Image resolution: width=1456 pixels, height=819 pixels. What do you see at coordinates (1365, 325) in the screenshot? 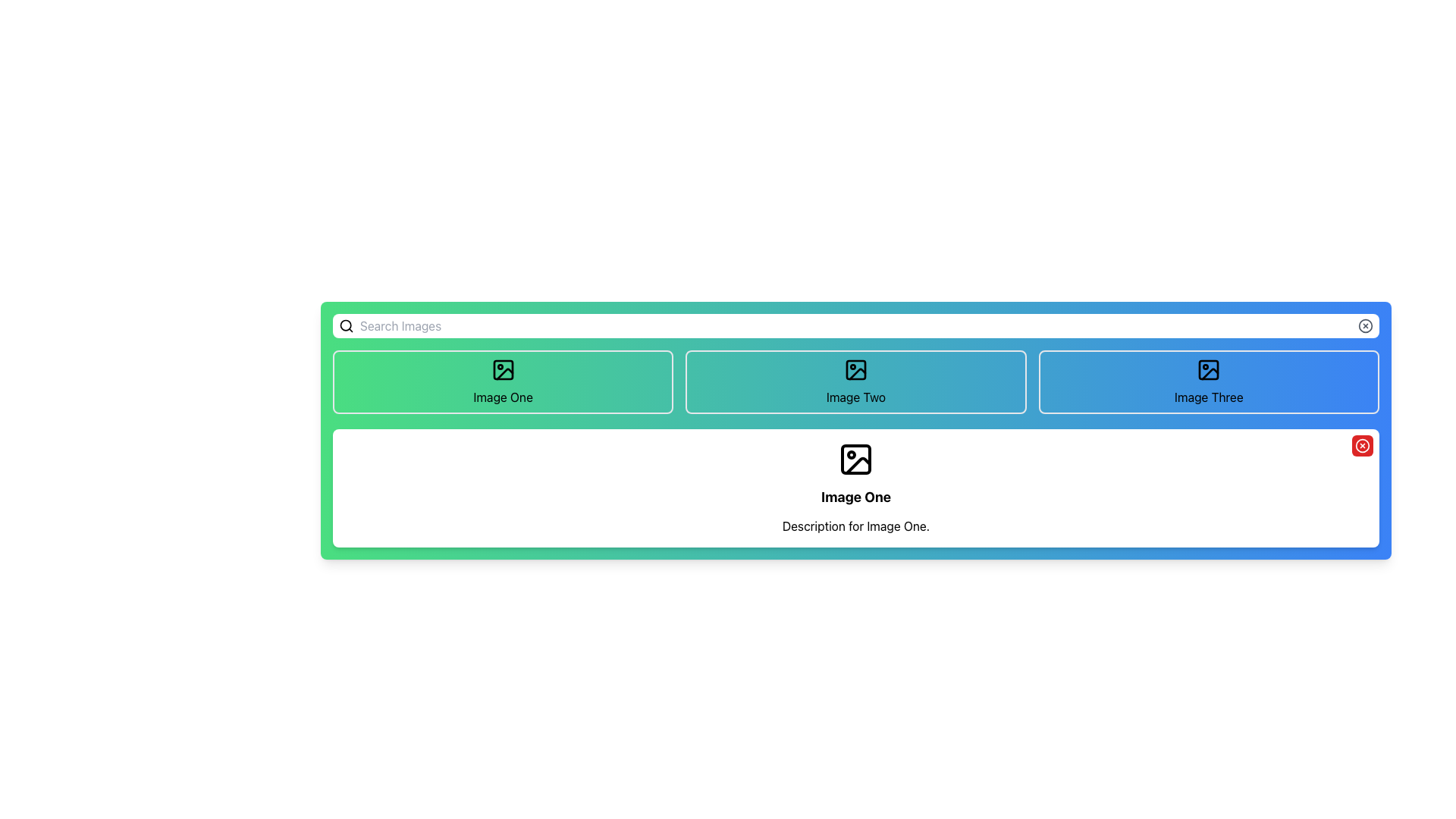
I see `the circular icon button located at the top-right edge of the interactive search bar` at bounding box center [1365, 325].